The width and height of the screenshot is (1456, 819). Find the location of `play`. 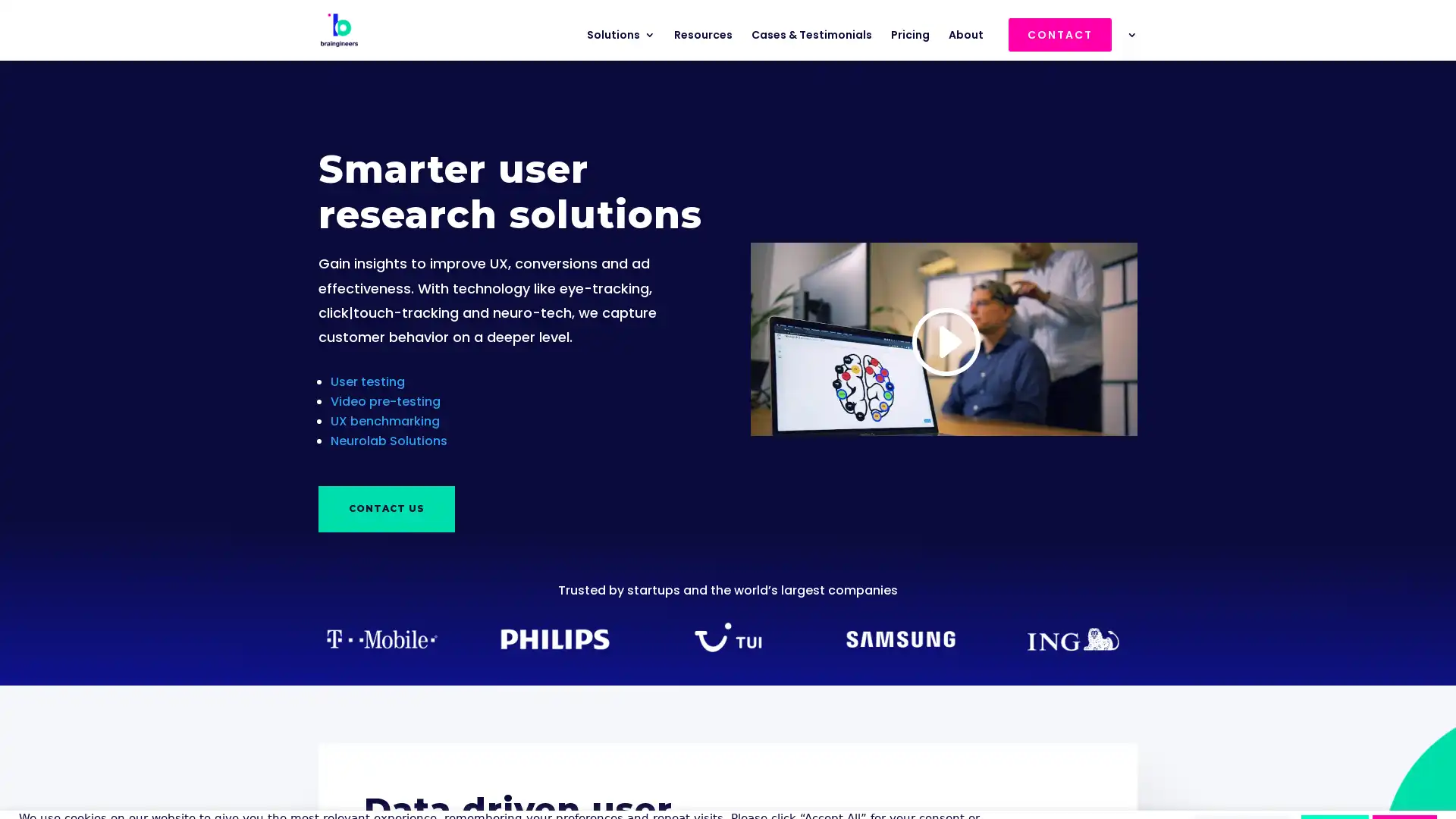

play is located at coordinates (767, 400).